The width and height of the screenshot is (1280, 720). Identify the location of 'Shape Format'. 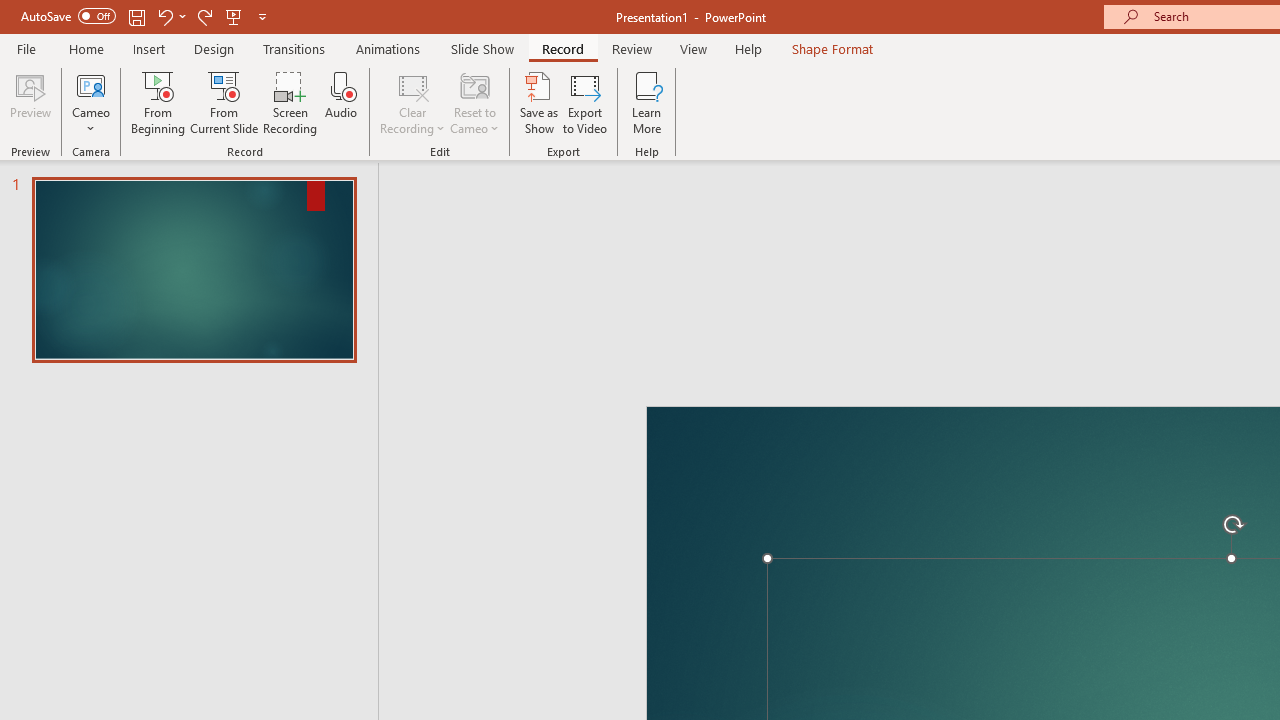
(832, 48).